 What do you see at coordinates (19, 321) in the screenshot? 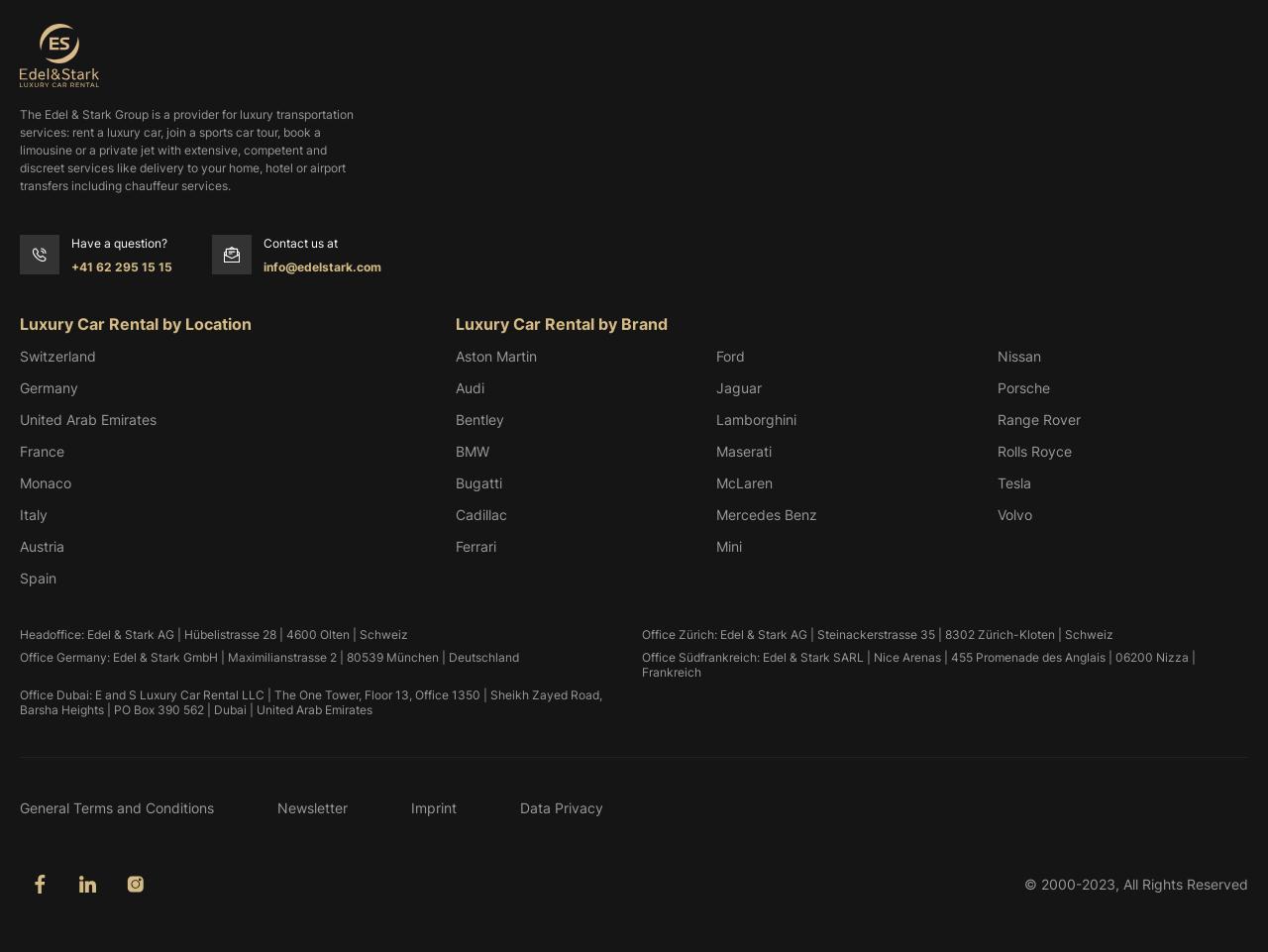
I see `'Luxury Car Rental by Location'` at bounding box center [19, 321].